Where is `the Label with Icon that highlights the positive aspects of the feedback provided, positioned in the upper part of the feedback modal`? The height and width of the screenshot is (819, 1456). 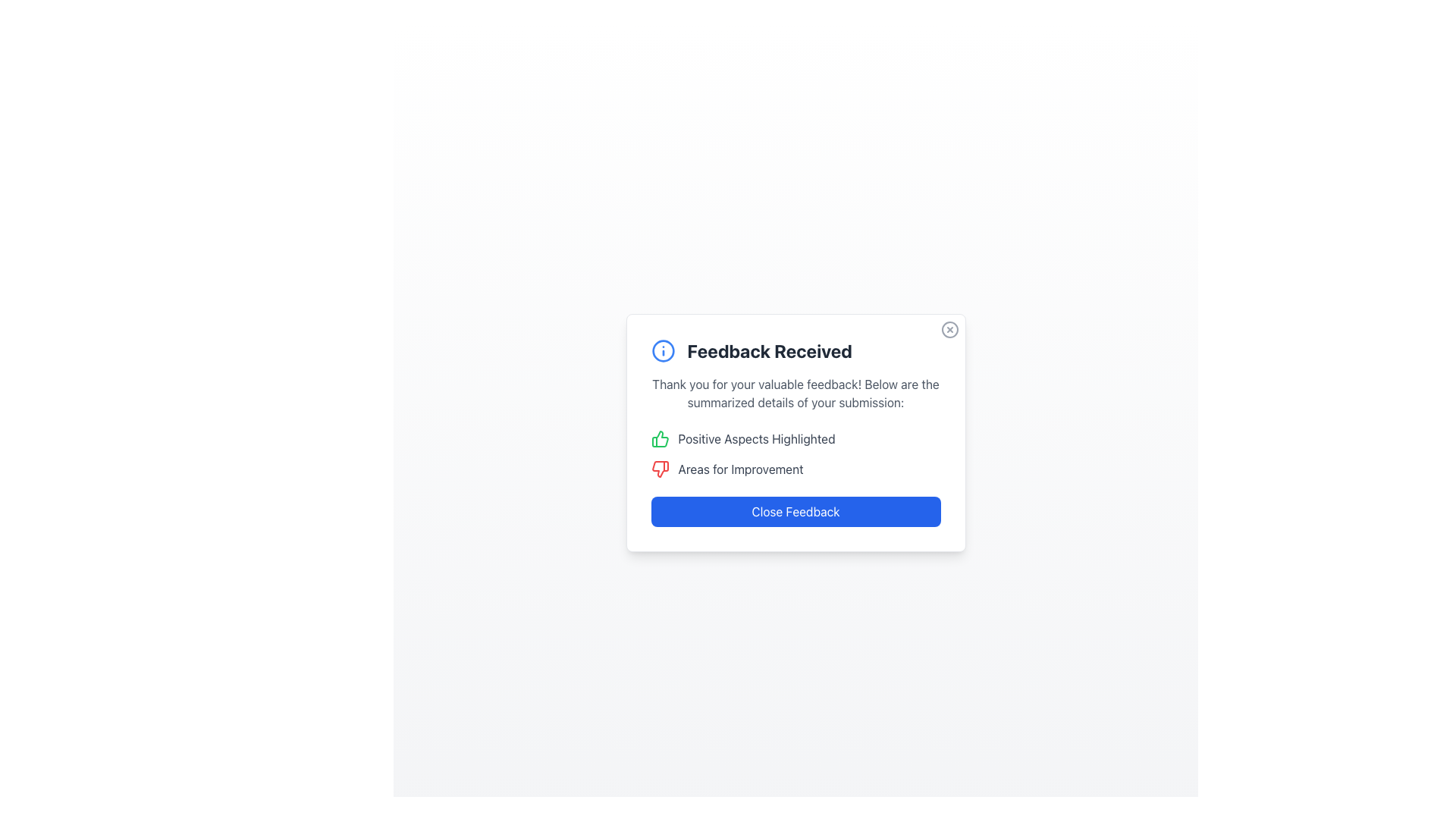
the Label with Icon that highlights the positive aspects of the feedback provided, positioned in the upper part of the feedback modal is located at coordinates (795, 438).